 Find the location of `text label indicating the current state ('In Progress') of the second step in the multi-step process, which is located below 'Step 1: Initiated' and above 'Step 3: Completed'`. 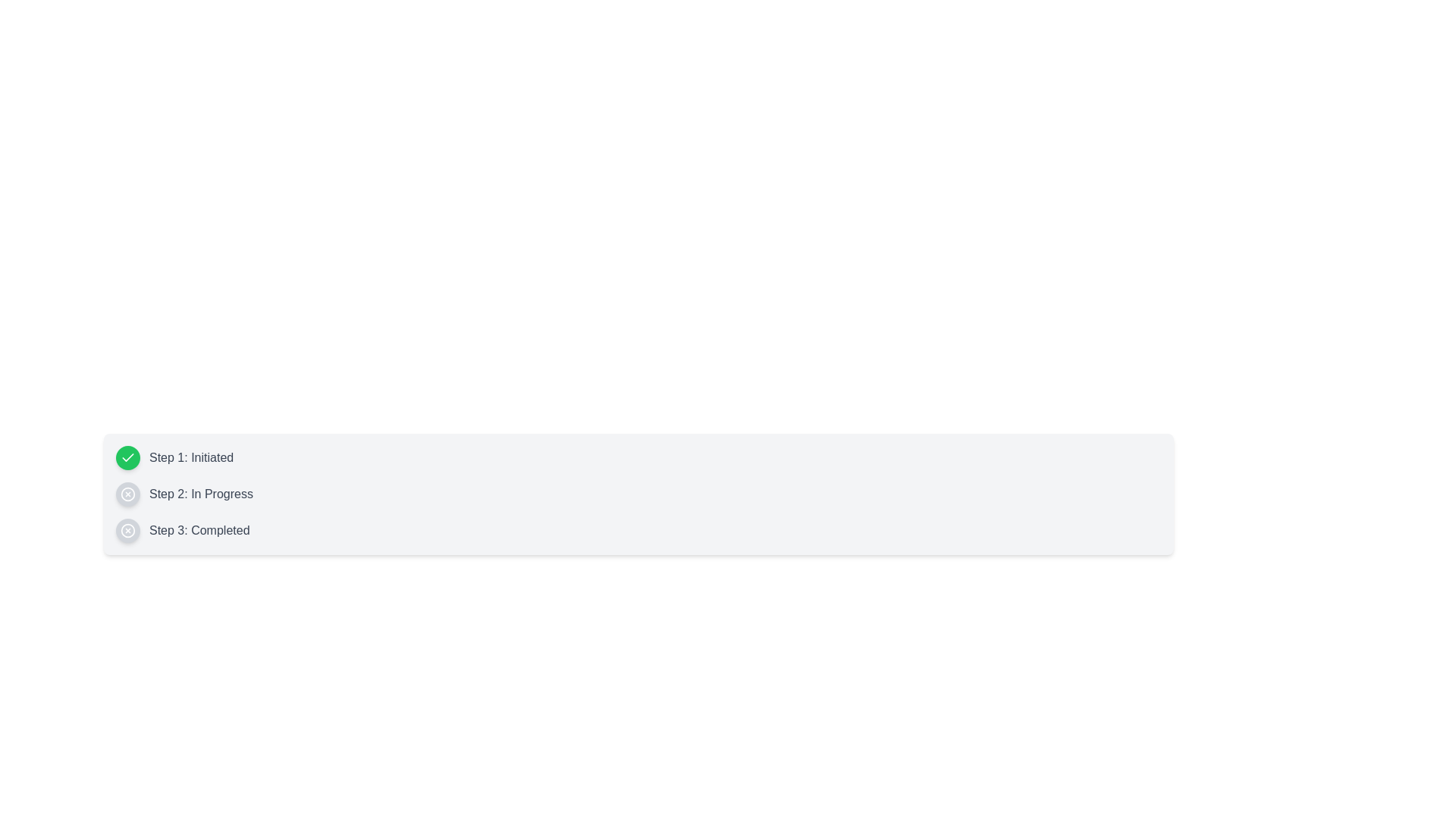

text label indicating the current state ('In Progress') of the second step in the multi-step process, which is located below 'Step 1: Initiated' and above 'Step 3: Completed' is located at coordinates (200, 494).